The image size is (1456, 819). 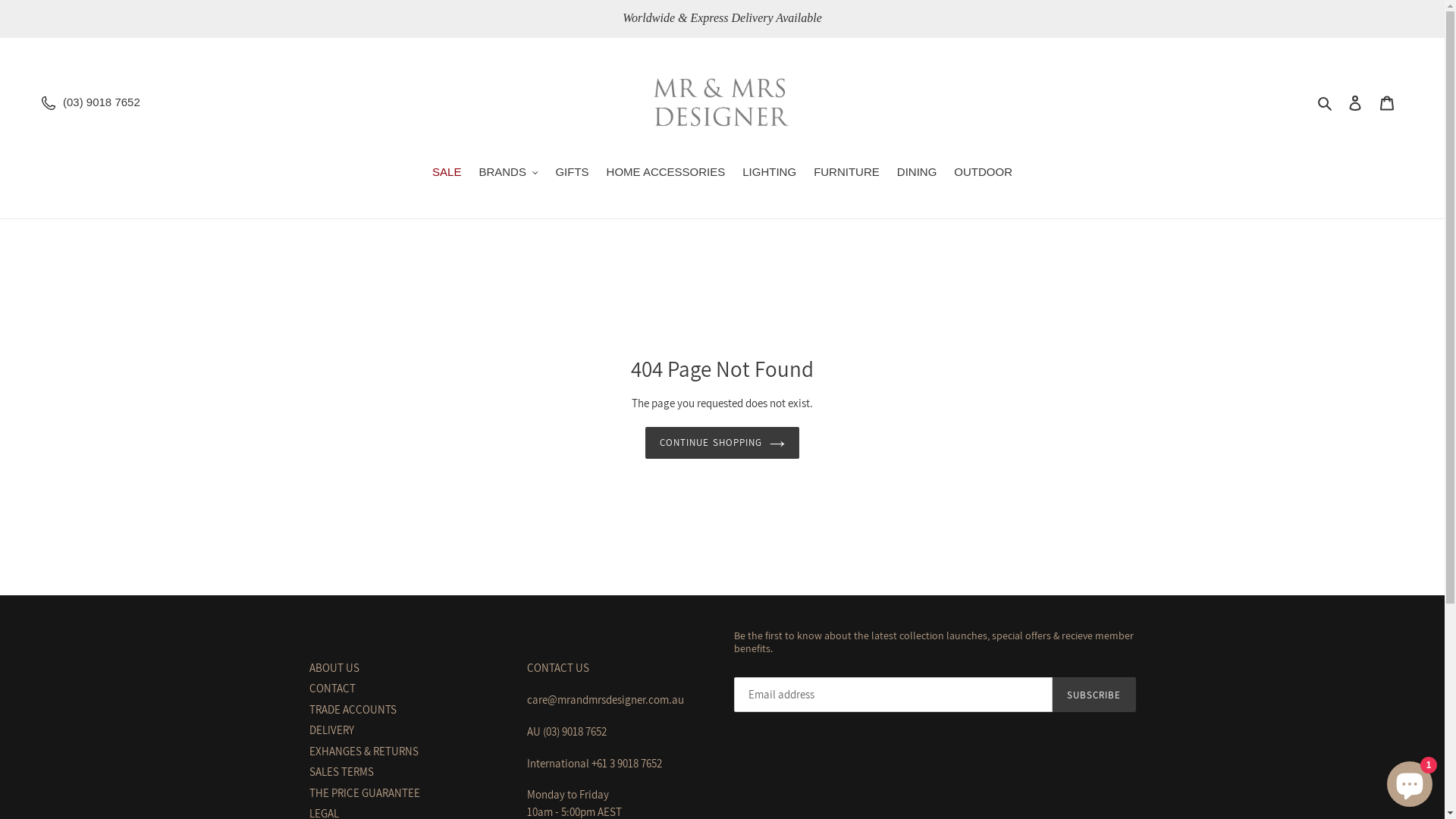 I want to click on 'Cart', so click(x=1386, y=102).